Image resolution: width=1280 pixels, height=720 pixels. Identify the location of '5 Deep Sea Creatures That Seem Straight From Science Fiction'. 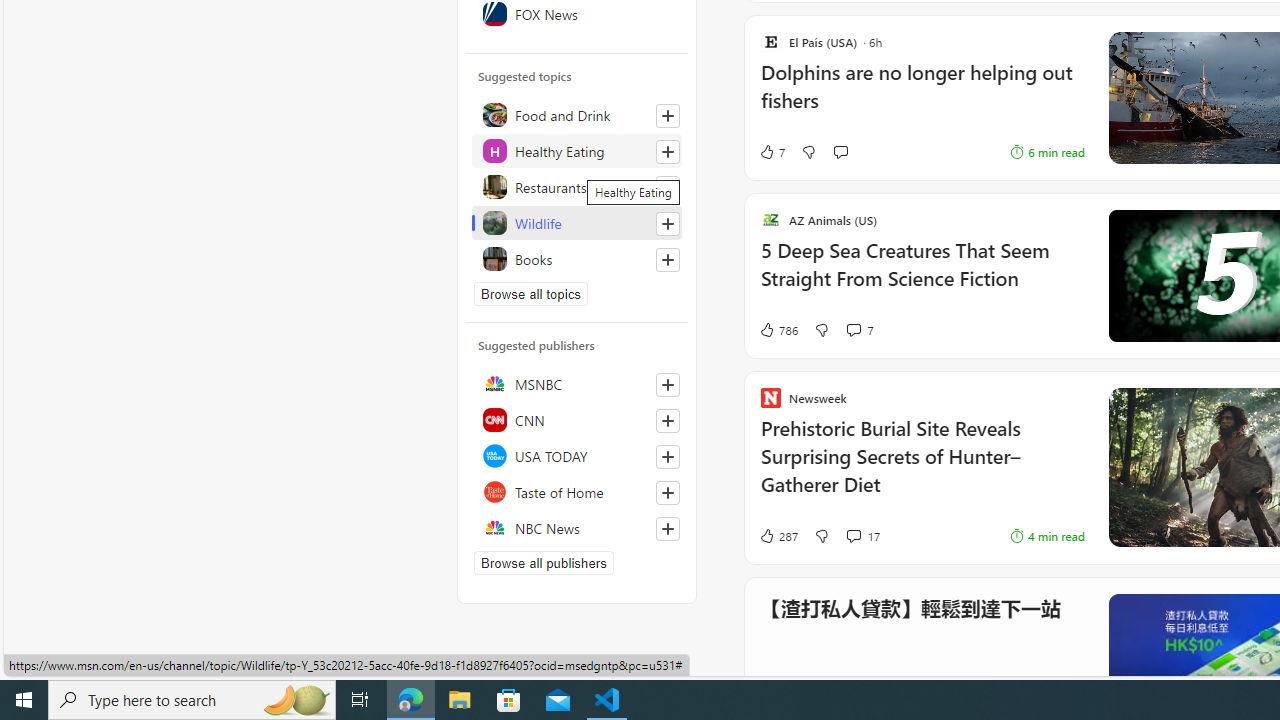
(921, 275).